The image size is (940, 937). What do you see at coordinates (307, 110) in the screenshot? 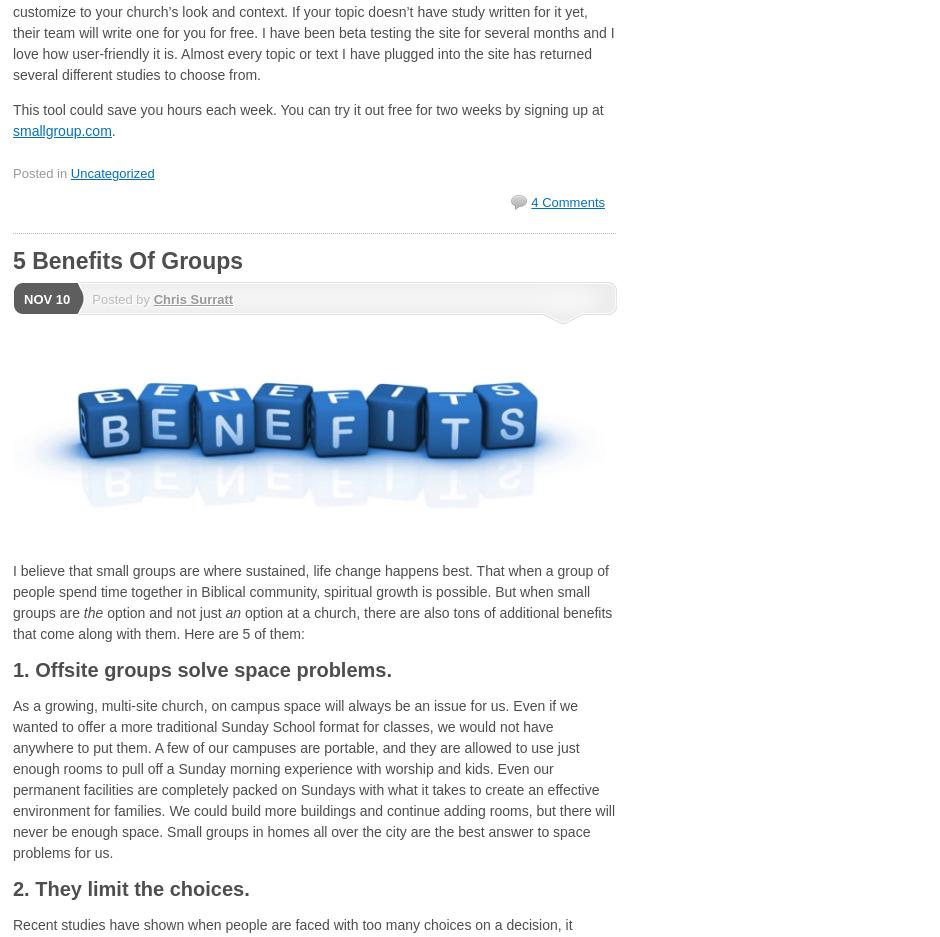
I see `'This tool could save you hours each week. You can try it out free for two weeks by signing up at'` at bounding box center [307, 110].